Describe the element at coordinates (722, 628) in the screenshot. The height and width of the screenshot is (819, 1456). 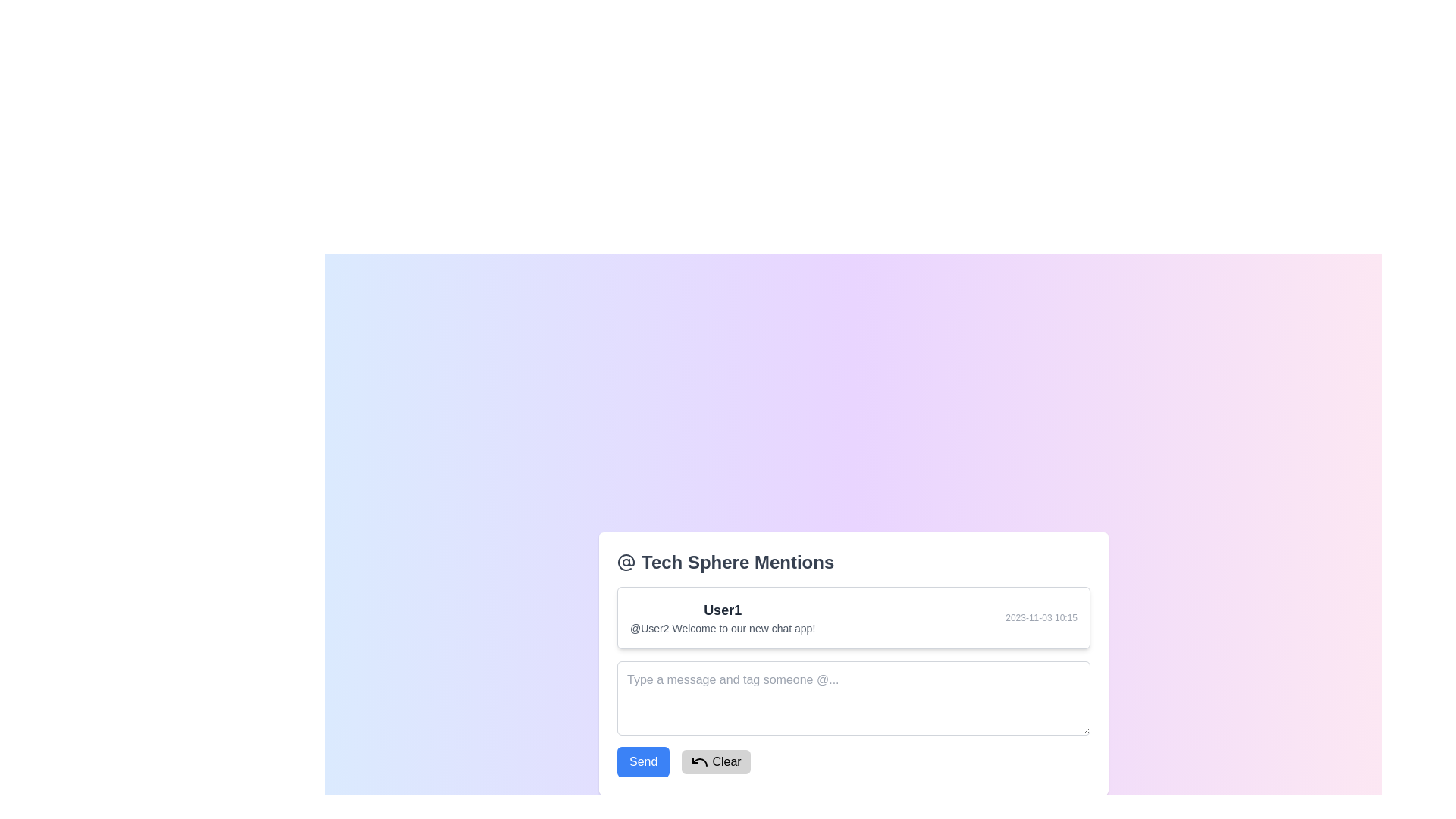
I see `the text label displaying '@User2 Welcome to our new chat app!' that is located directly below the bold username 'User1'` at that location.